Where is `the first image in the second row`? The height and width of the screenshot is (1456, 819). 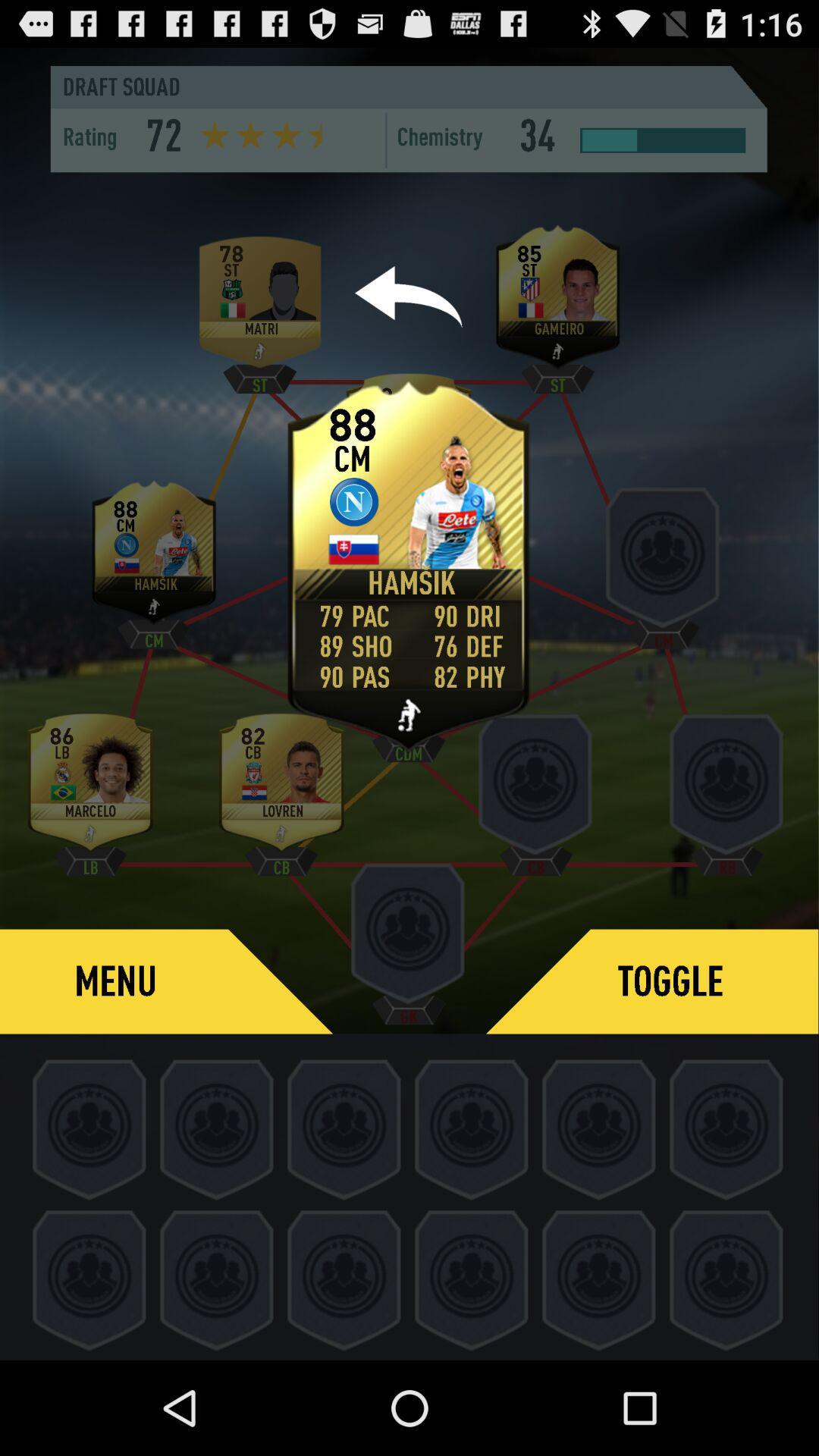
the first image in the second row is located at coordinates (154, 557).